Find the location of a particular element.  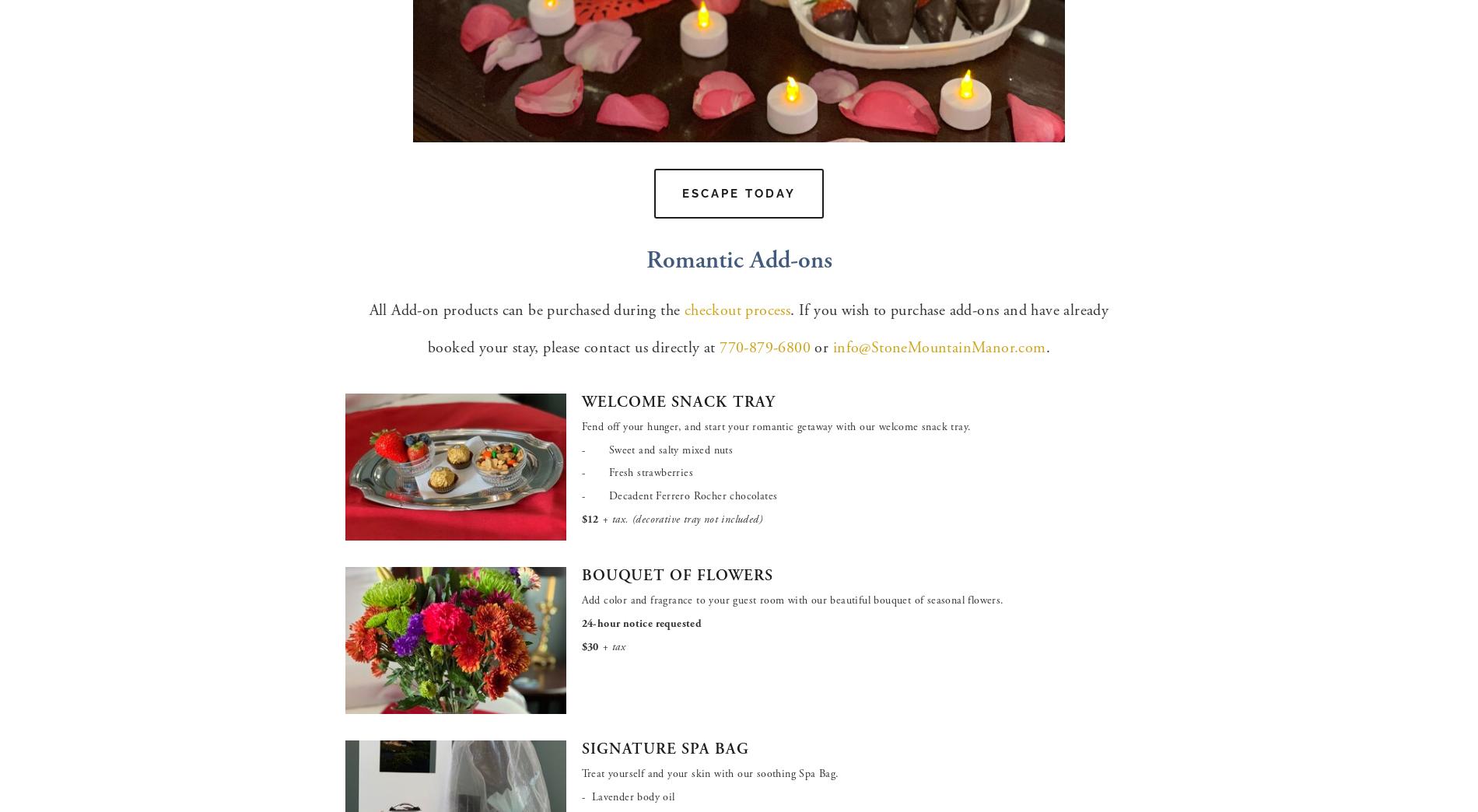

'Add color and fragrance to your guest room with our beautiful bouquet of seasonal flowers.' is located at coordinates (792, 600).